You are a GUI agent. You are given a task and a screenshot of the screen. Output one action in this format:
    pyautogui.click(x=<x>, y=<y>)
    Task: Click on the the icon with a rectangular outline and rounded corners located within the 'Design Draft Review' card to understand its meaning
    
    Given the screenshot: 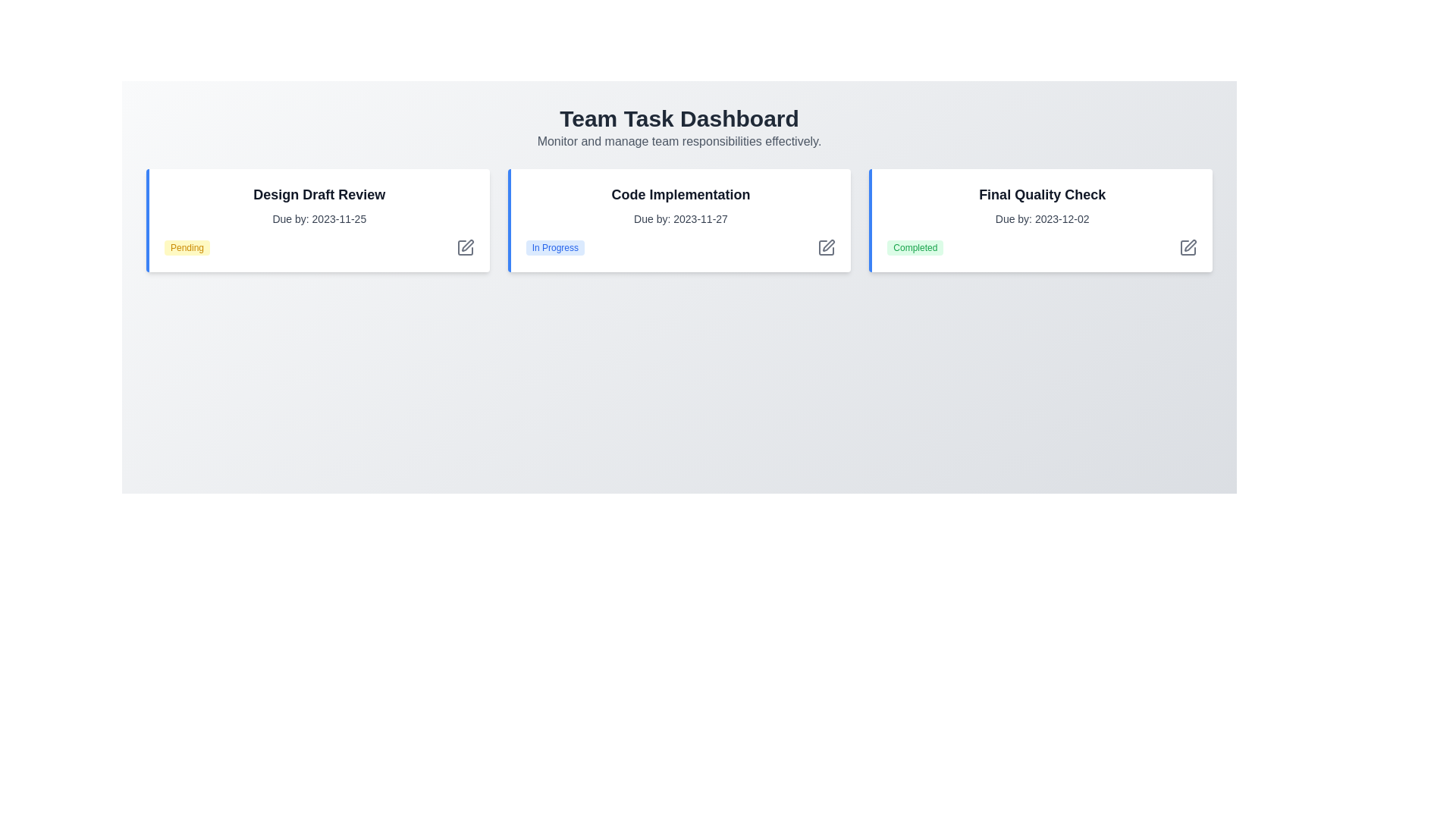 What is the action you would take?
    pyautogui.click(x=464, y=247)
    